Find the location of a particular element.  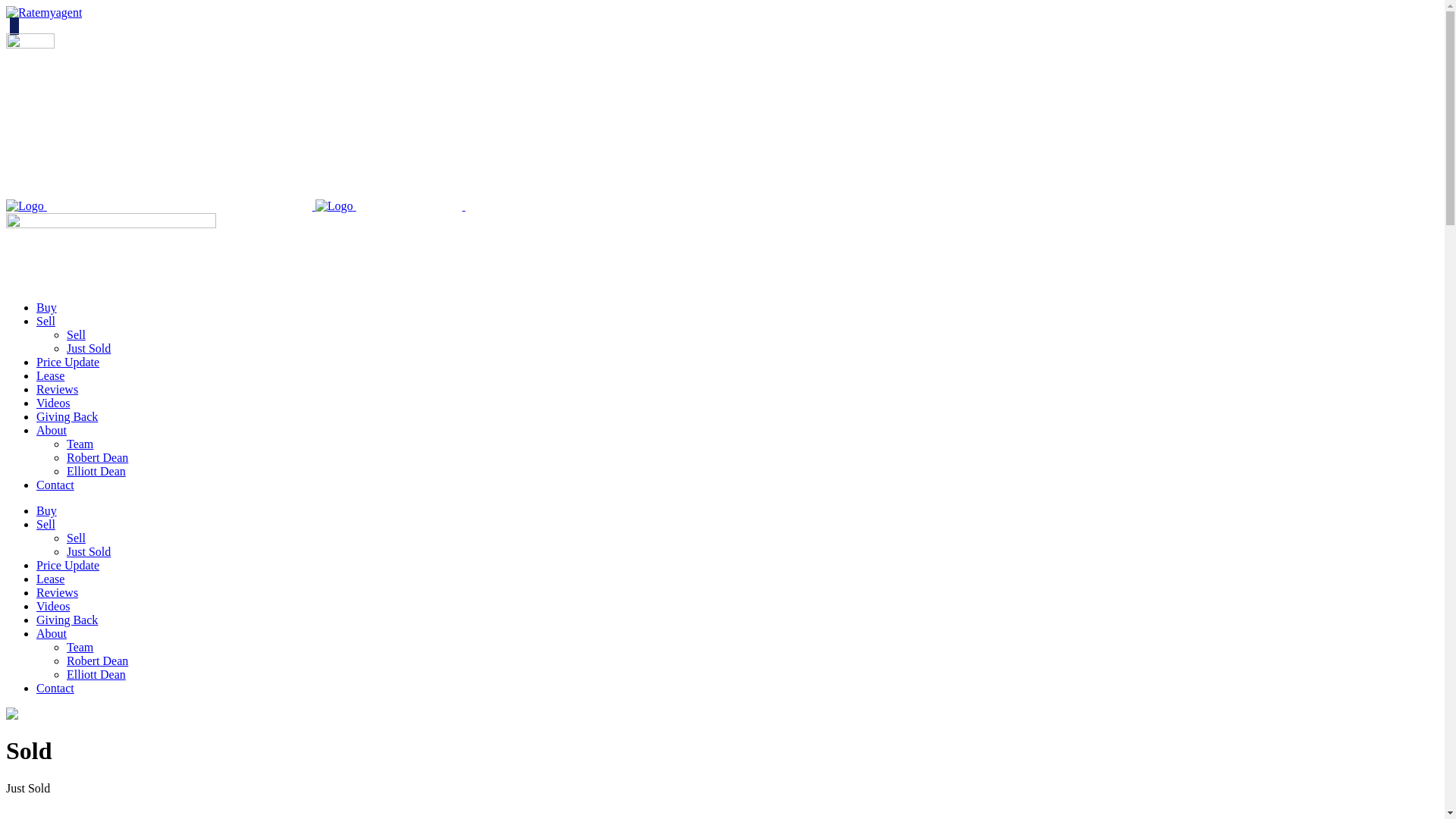

'Robert Dean' is located at coordinates (96, 660).